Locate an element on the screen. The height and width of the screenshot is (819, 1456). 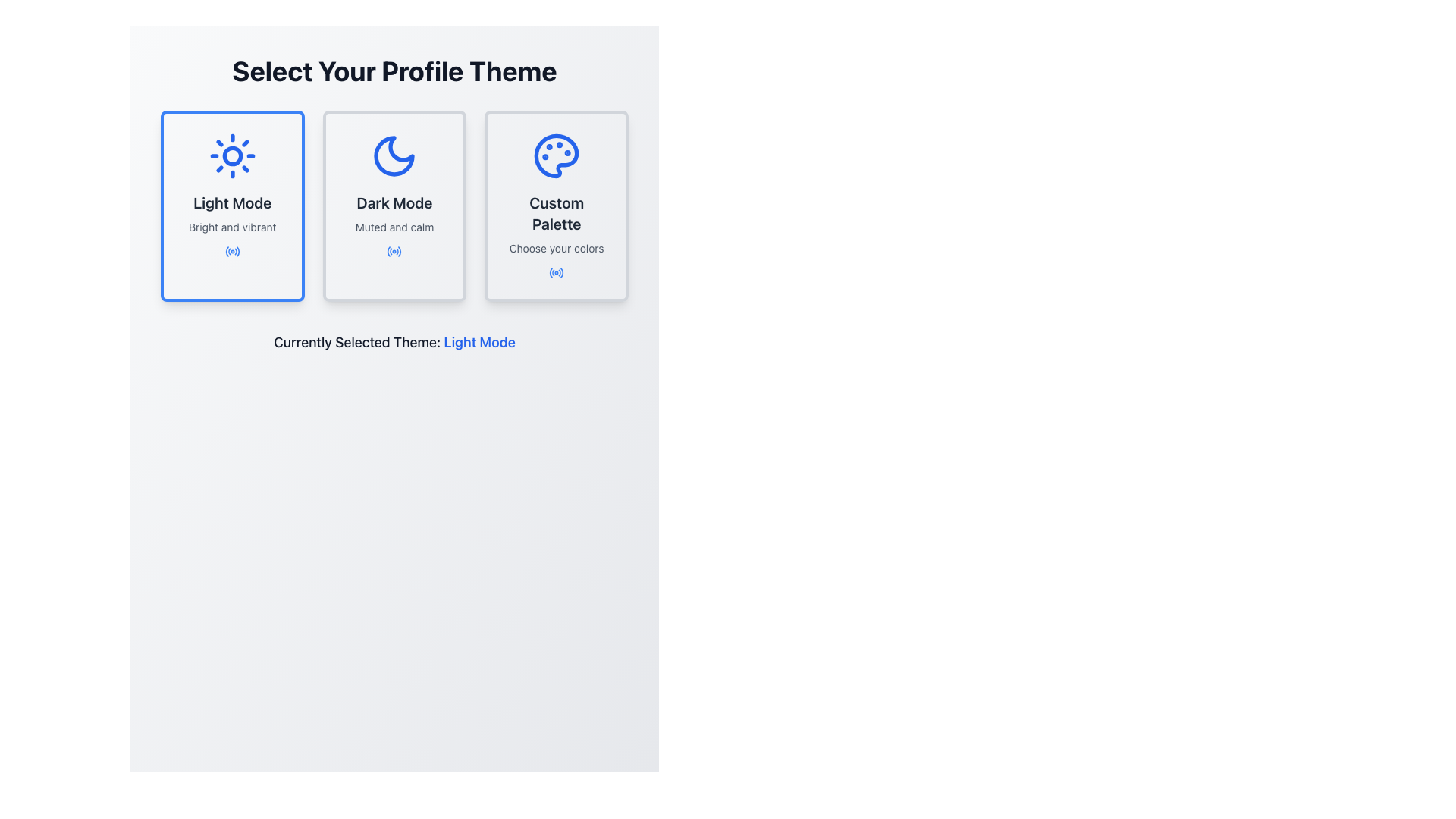
Light Mode indicator icon located below the text 'Bright and vibrant' in the Light Mode card is located at coordinates (231, 250).